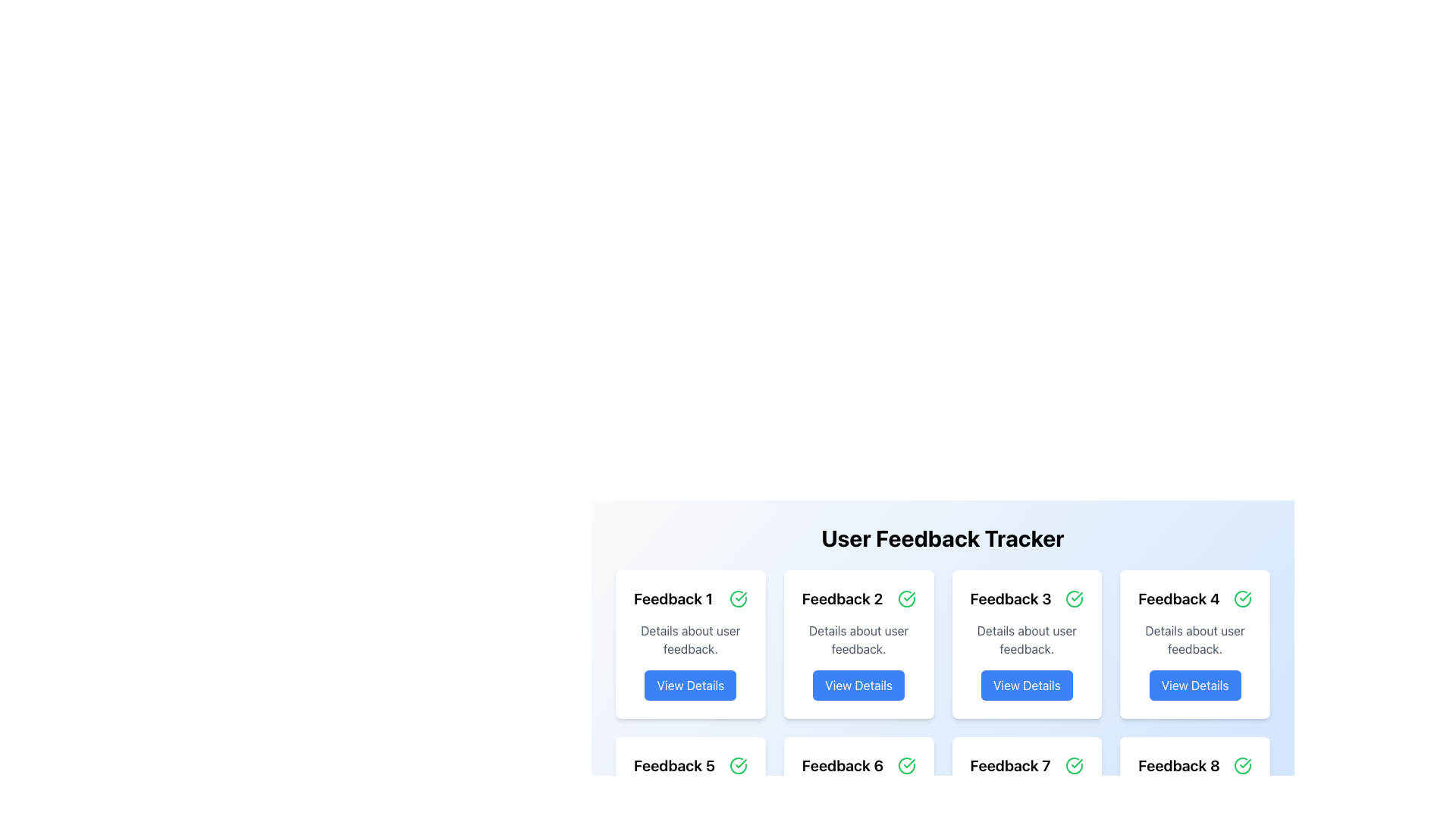 The image size is (1456, 819). Describe the element at coordinates (1011, 598) in the screenshot. I see `static text element that serves as the title or heading for the feedback card located in the second row and third column of the grid layout, positioned horizontally centered at the top of the card` at that location.